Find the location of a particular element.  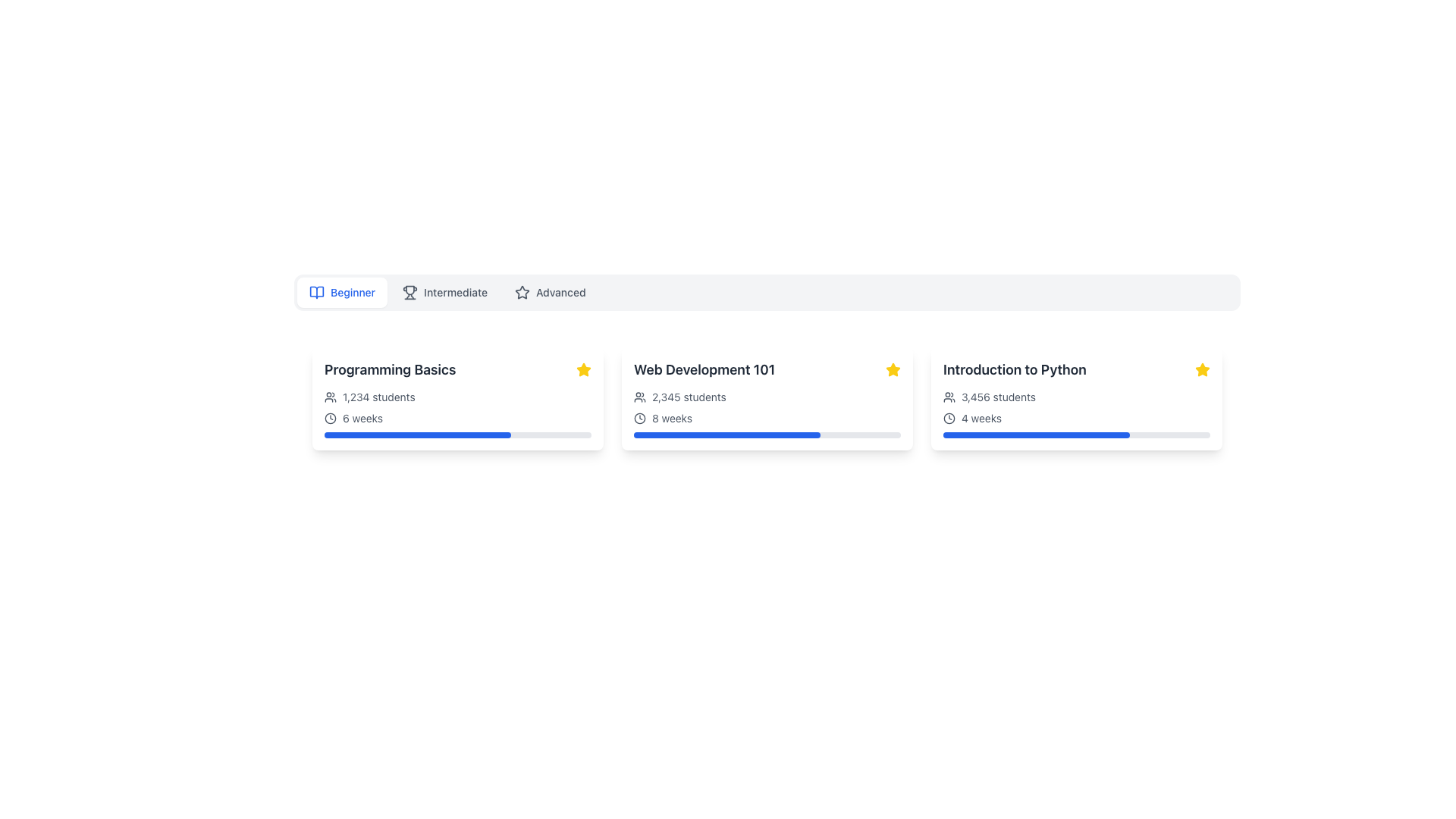

the progress bar located within the 'Introduction to Python' card, positioned underneath the '4 weeks' text is located at coordinates (1076, 435).